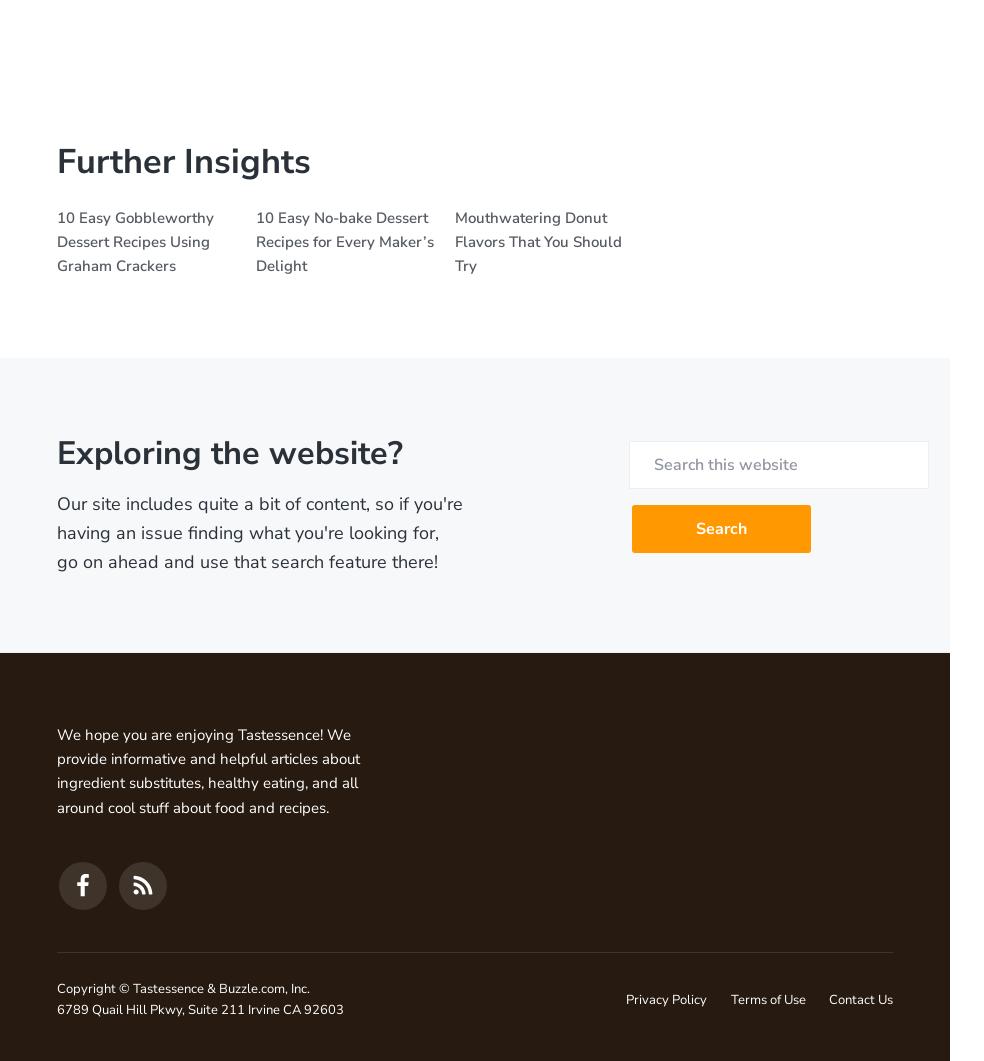 This screenshot has width=984, height=1061. Describe the element at coordinates (859, 998) in the screenshot. I see `'Contact Us'` at that location.